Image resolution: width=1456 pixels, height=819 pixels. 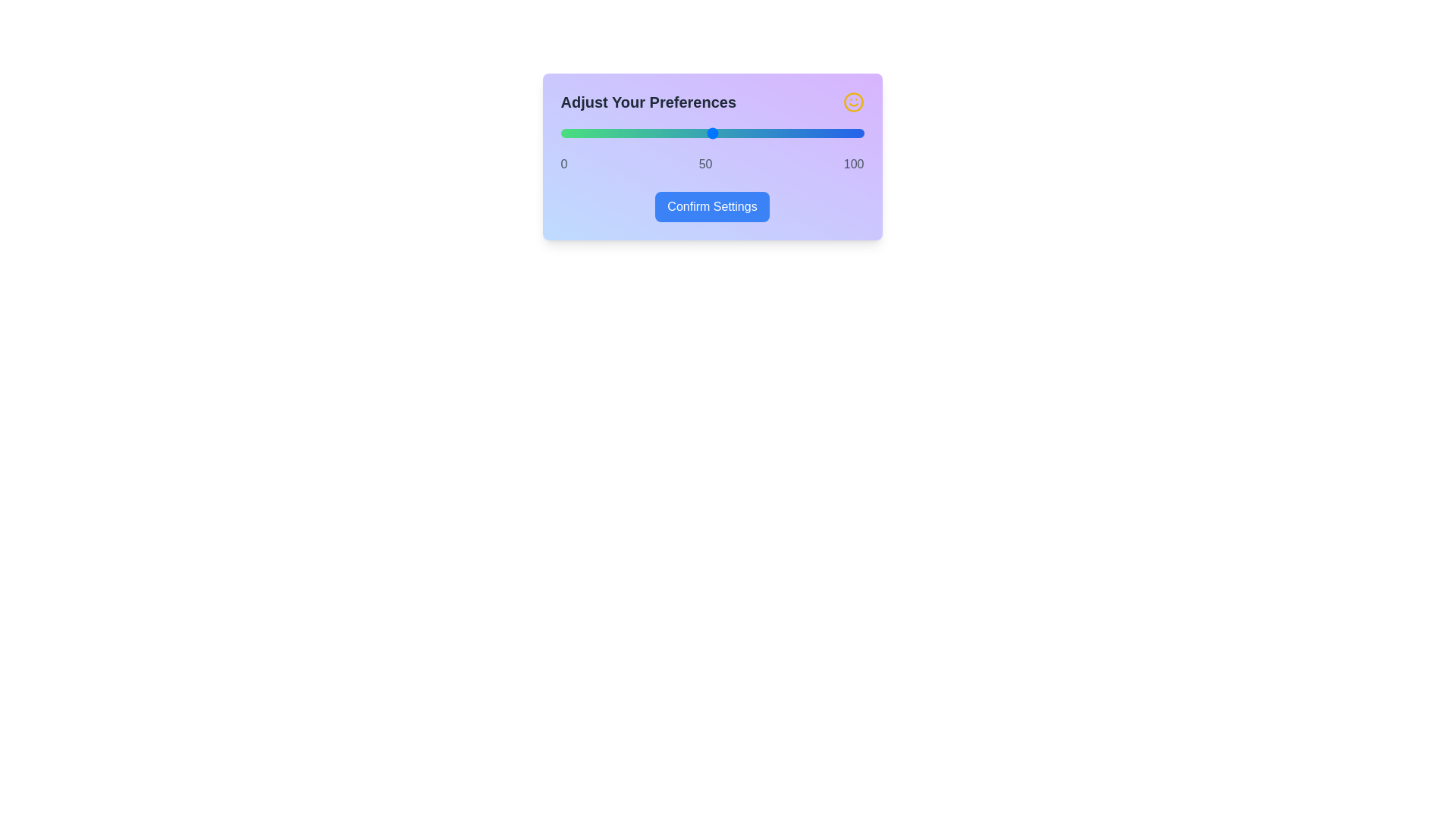 I want to click on the slider to set the value to 73, so click(x=782, y=133).